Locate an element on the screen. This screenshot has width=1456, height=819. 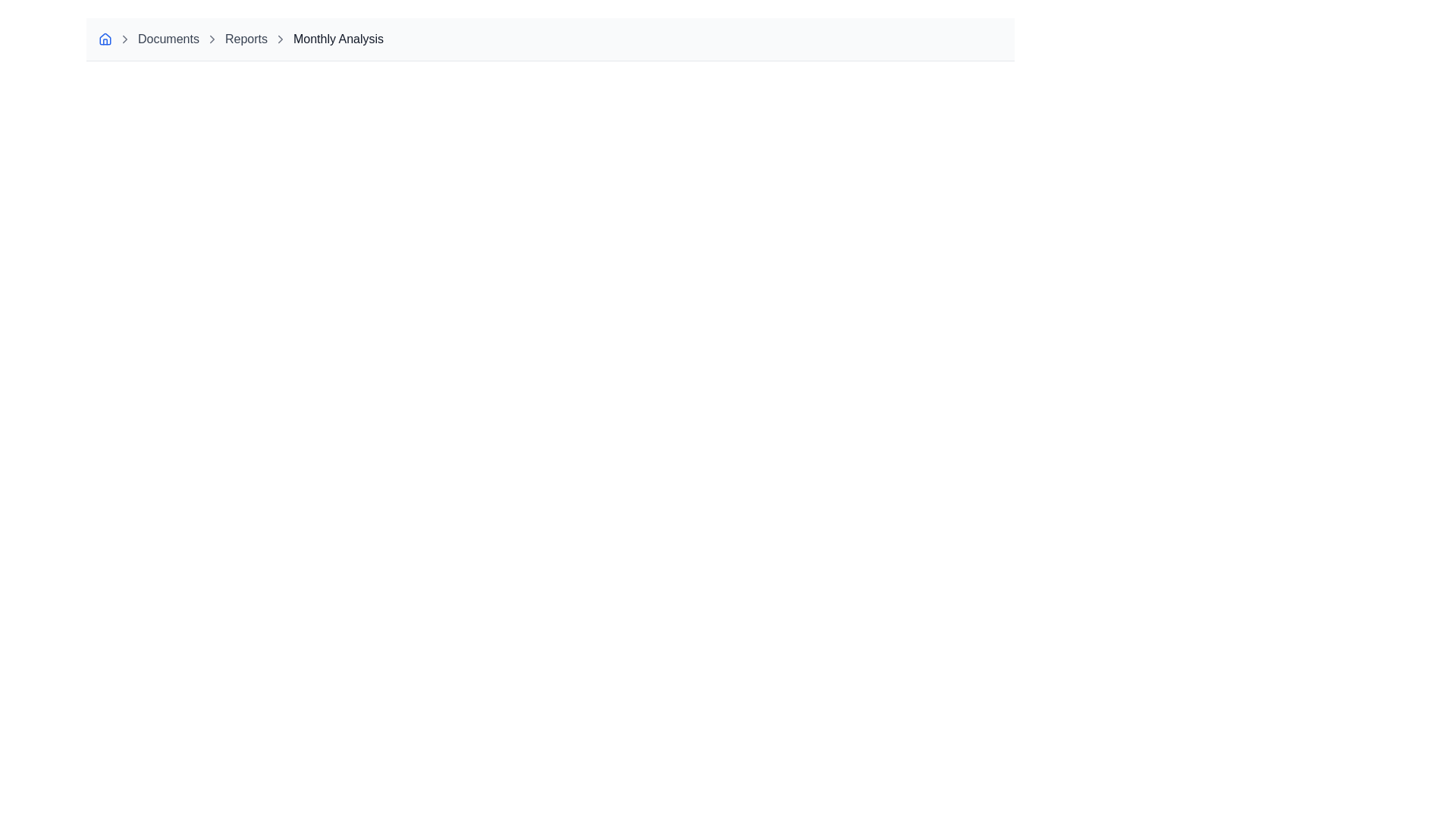
the chevron icon in the breadcrumb navigation that separates 'Documents' and 'Reports', providing directional context is located at coordinates (211, 38).